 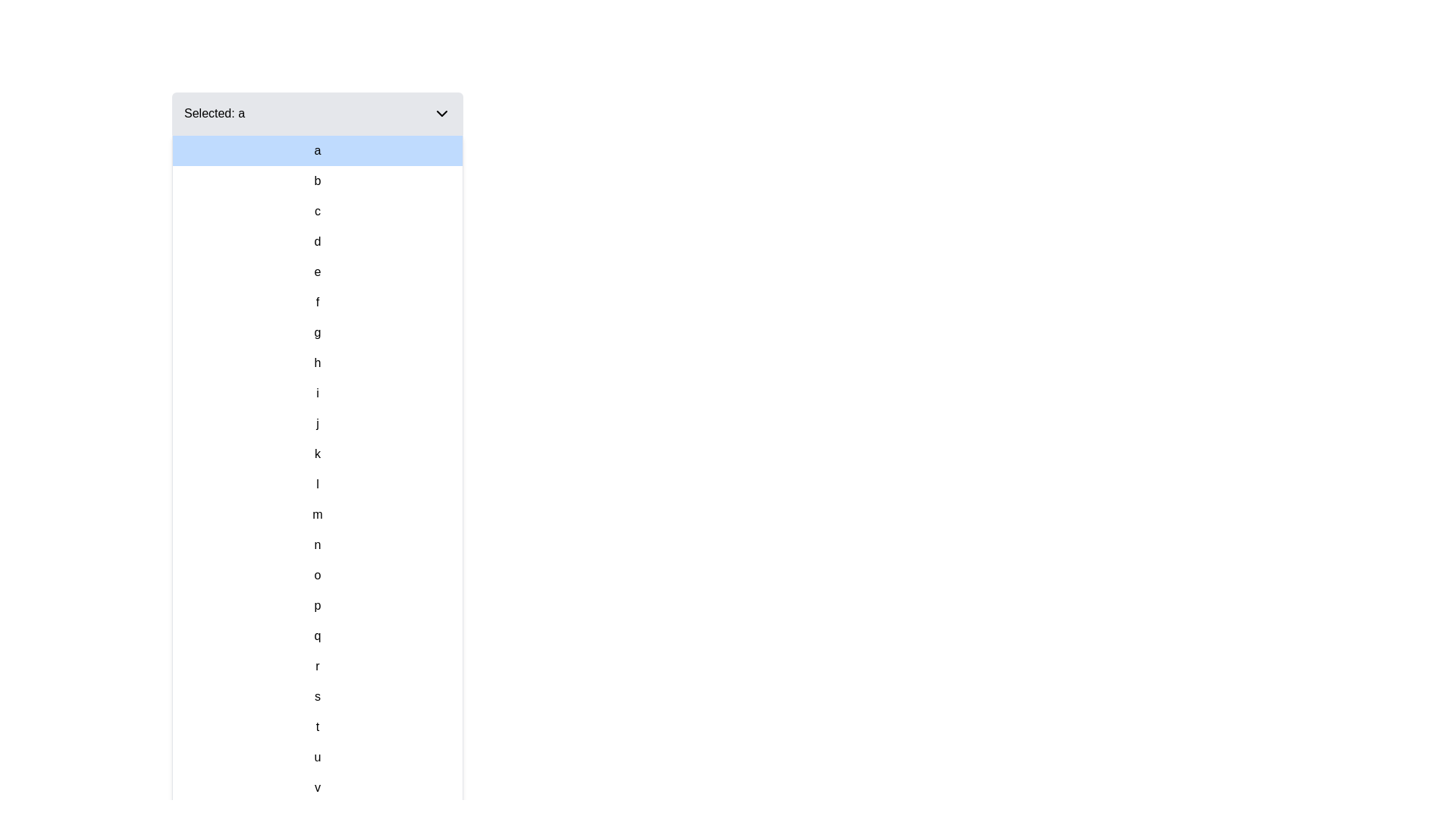 I want to click on to select the letter 'h' from the vertical list of letters, specifically the 8th item located between 'g' and 'i', so click(x=316, y=362).